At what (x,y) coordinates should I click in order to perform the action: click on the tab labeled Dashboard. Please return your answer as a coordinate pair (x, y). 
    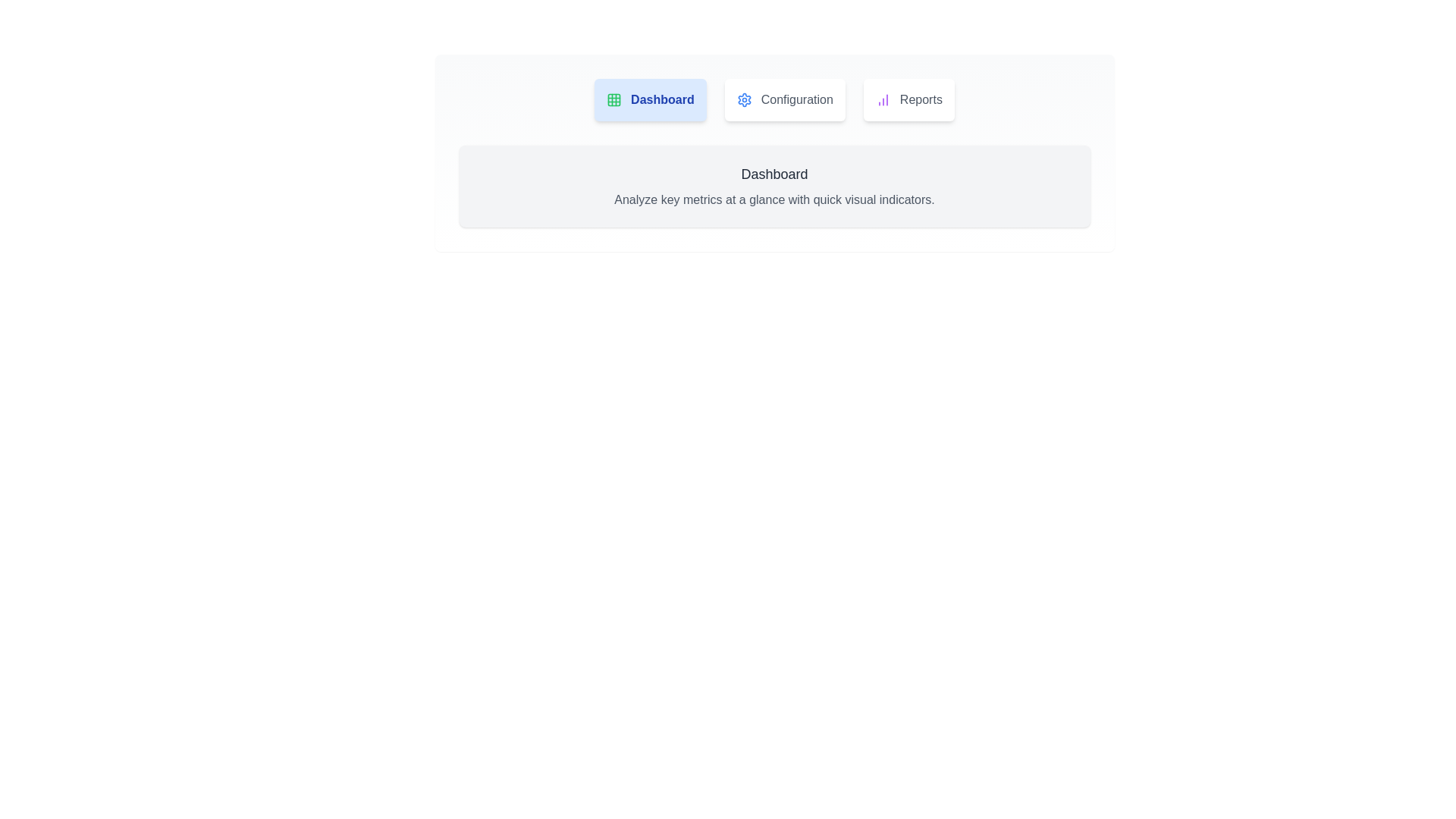
    Looking at the image, I should click on (650, 99).